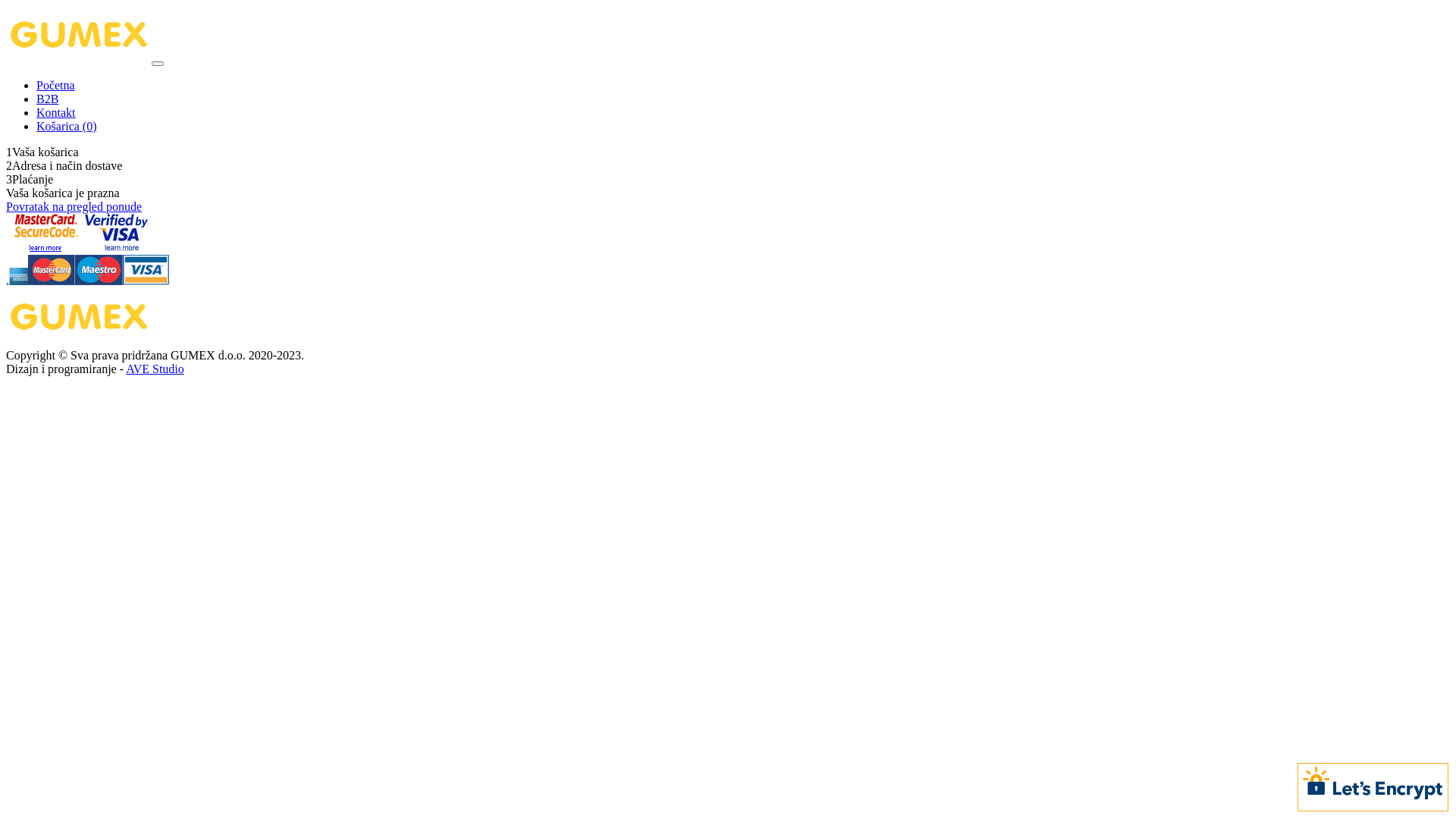 The image size is (1456, 819). Describe the element at coordinates (115, 246) in the screenshot. I see `'Verified By Visa'` at that location.